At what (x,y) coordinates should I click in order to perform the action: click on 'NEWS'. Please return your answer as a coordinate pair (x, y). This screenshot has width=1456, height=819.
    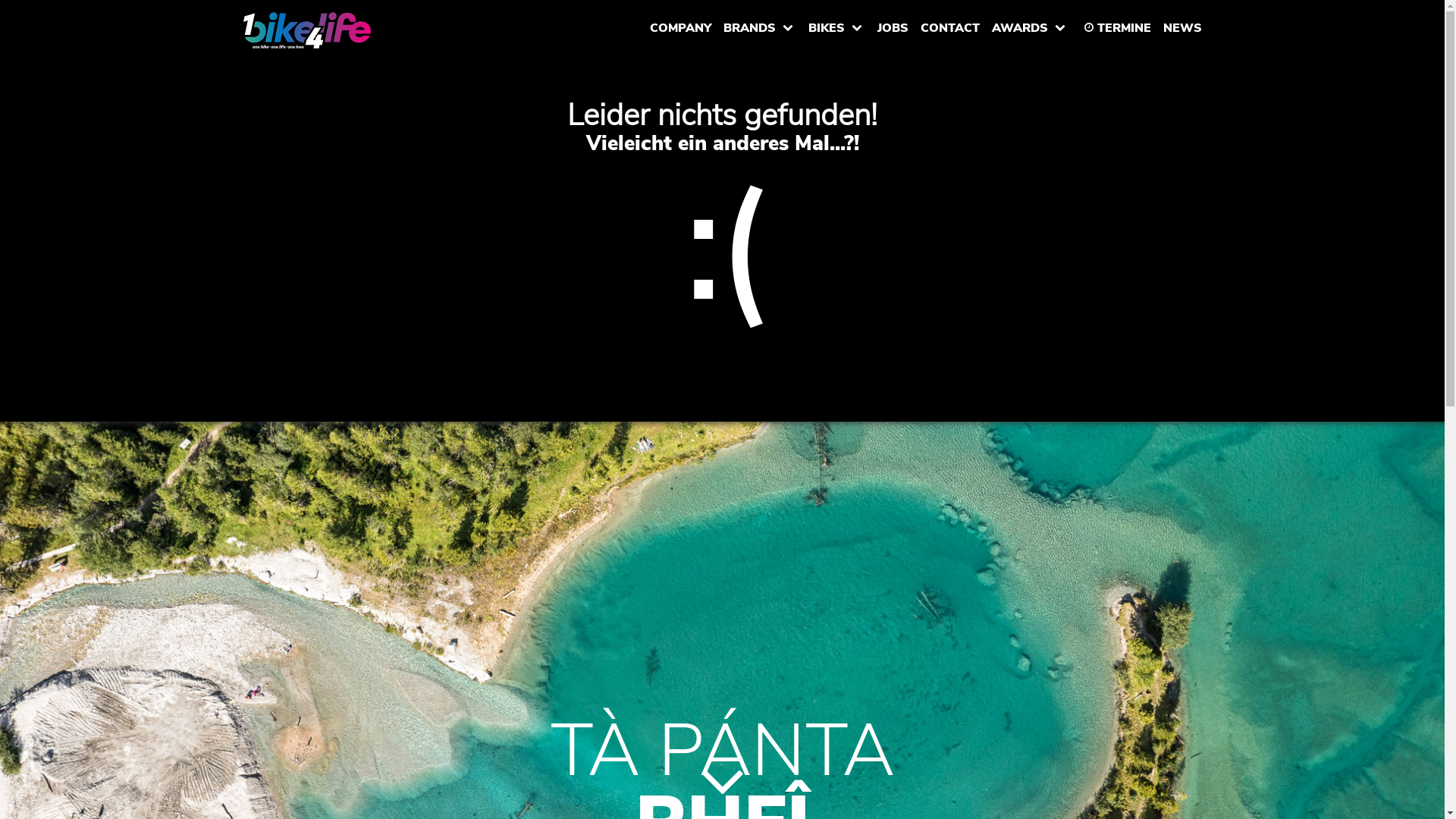
    Looking at the image, I should click on (1181, 27).